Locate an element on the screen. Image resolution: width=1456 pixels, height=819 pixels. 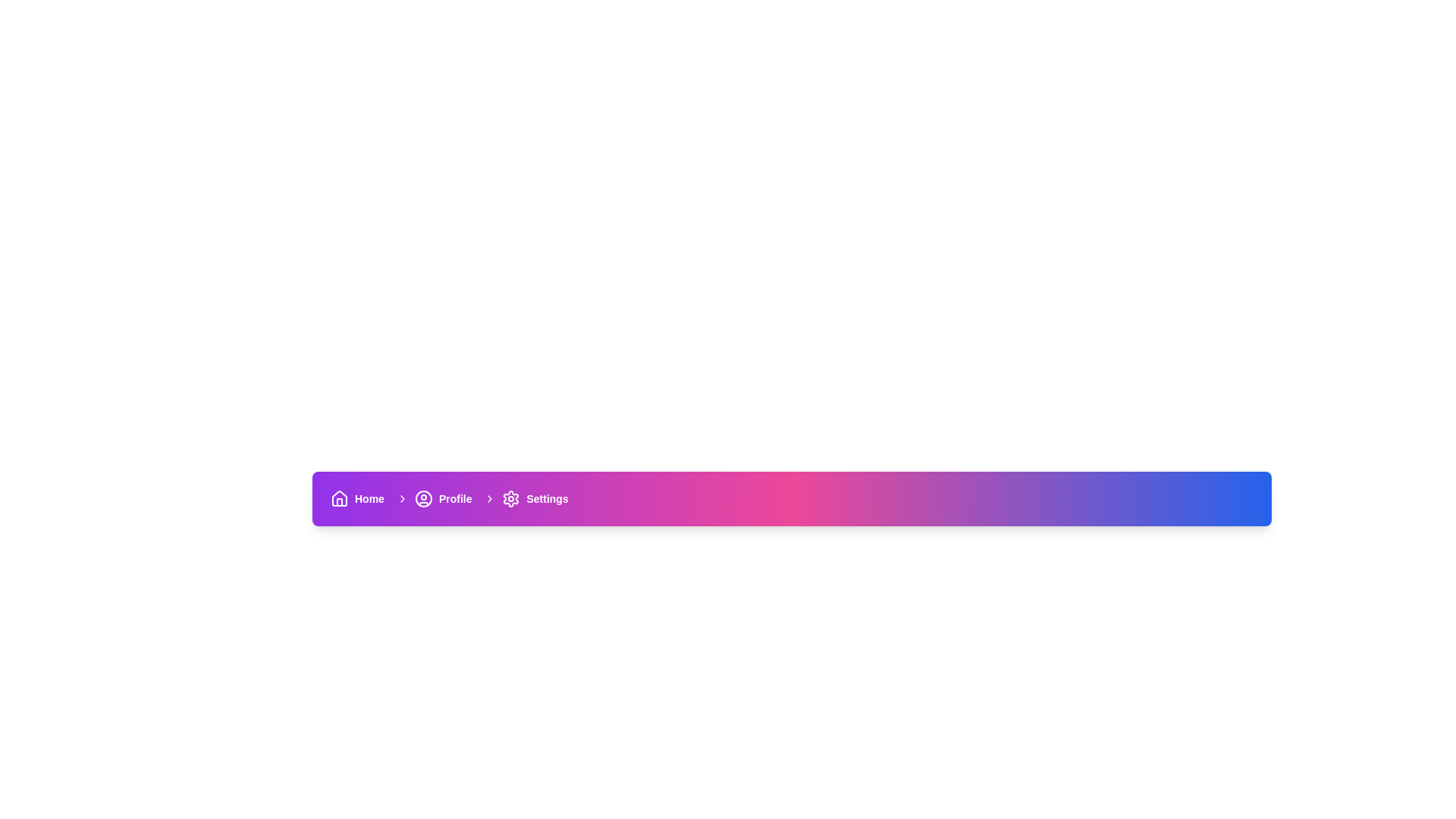
the rightward-pointing chevron icon preceding the 'Settings' text in the navigational breadcrumb bar is located at coordinates (490, 499).